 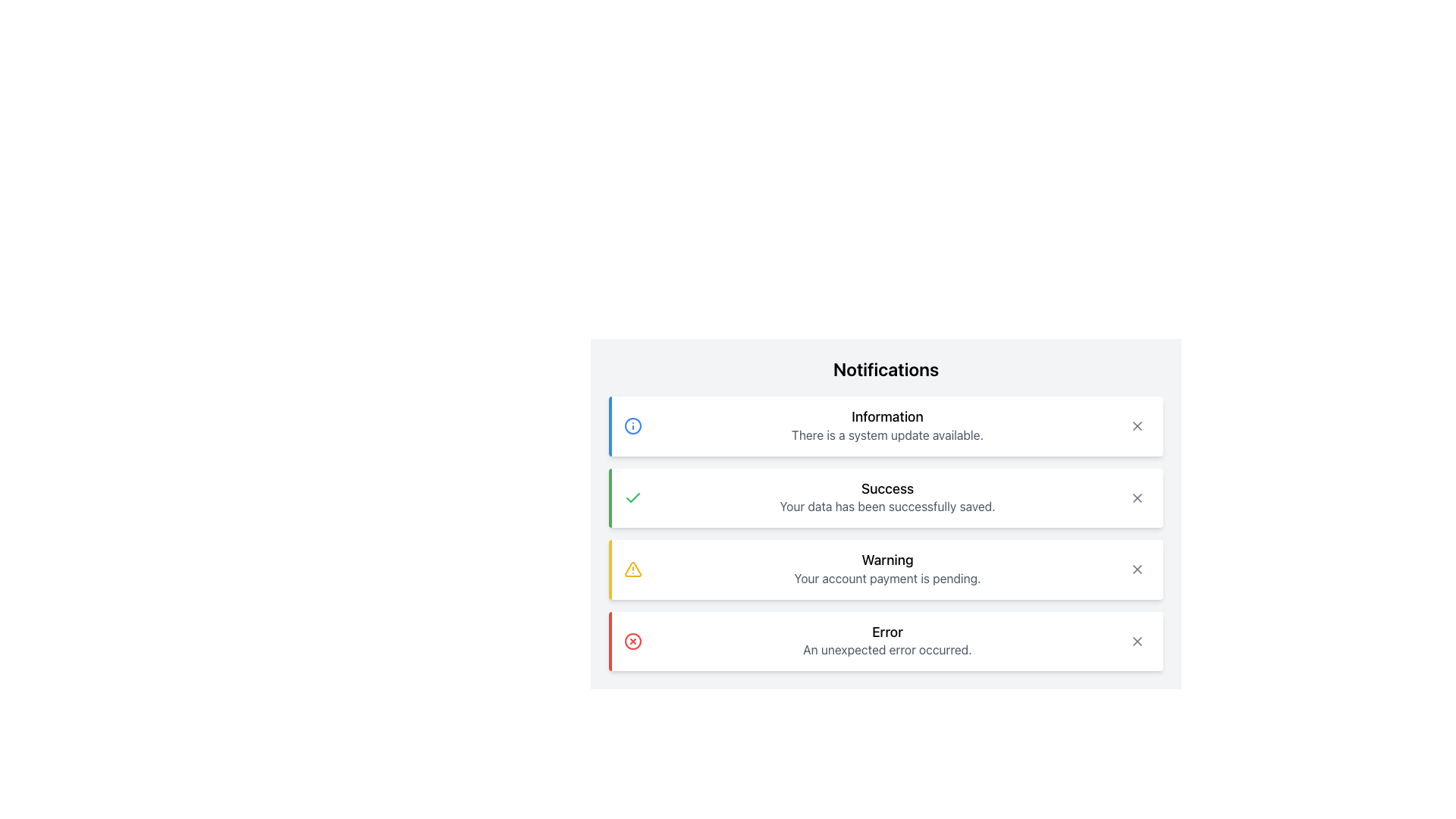 I want to click on the close button for the 'Error' notification message to change its background color, so click(x=1137, y=640).